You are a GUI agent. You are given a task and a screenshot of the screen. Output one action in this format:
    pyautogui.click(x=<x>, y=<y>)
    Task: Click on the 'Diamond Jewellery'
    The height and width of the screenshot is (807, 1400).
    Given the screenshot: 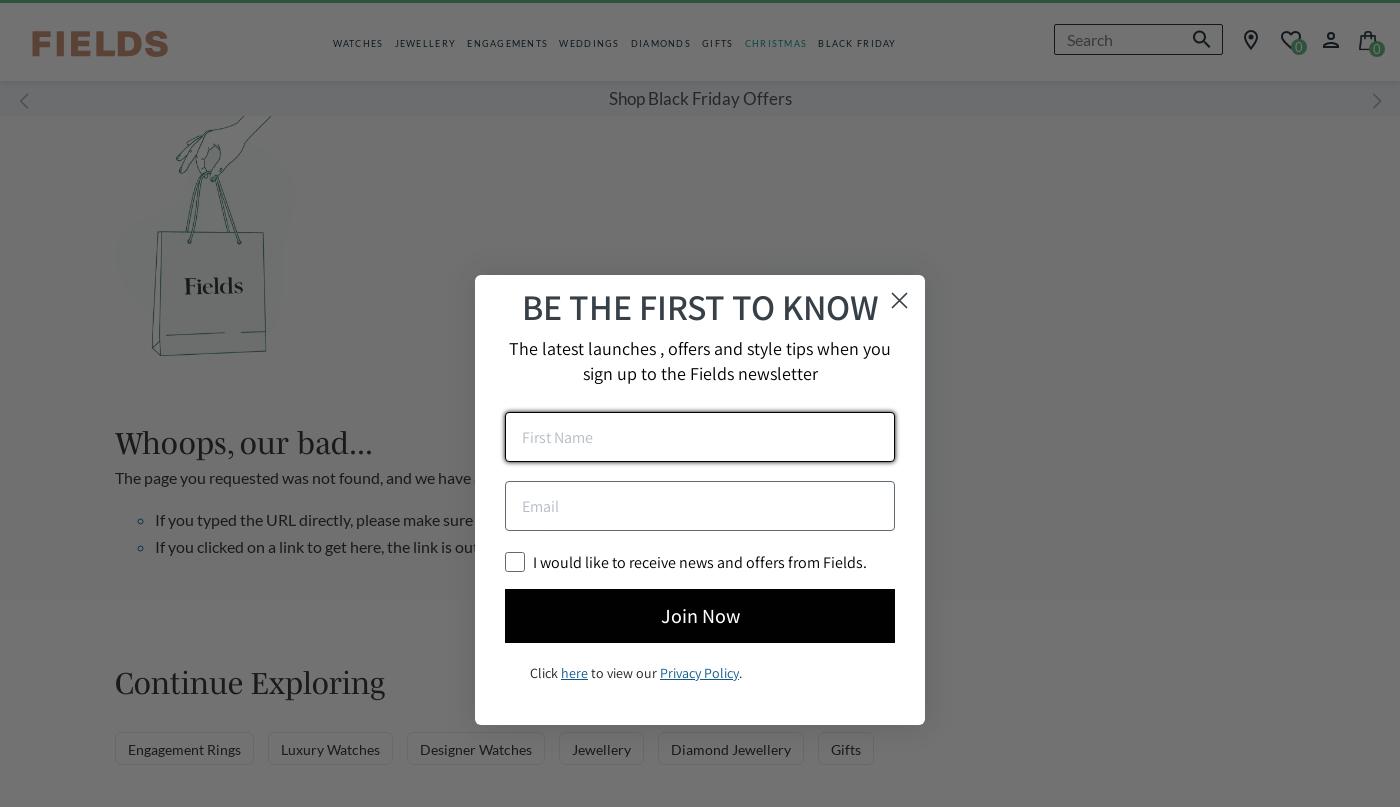 What is the action you would take?
    pyautogui.click(x=730, y=747)
    